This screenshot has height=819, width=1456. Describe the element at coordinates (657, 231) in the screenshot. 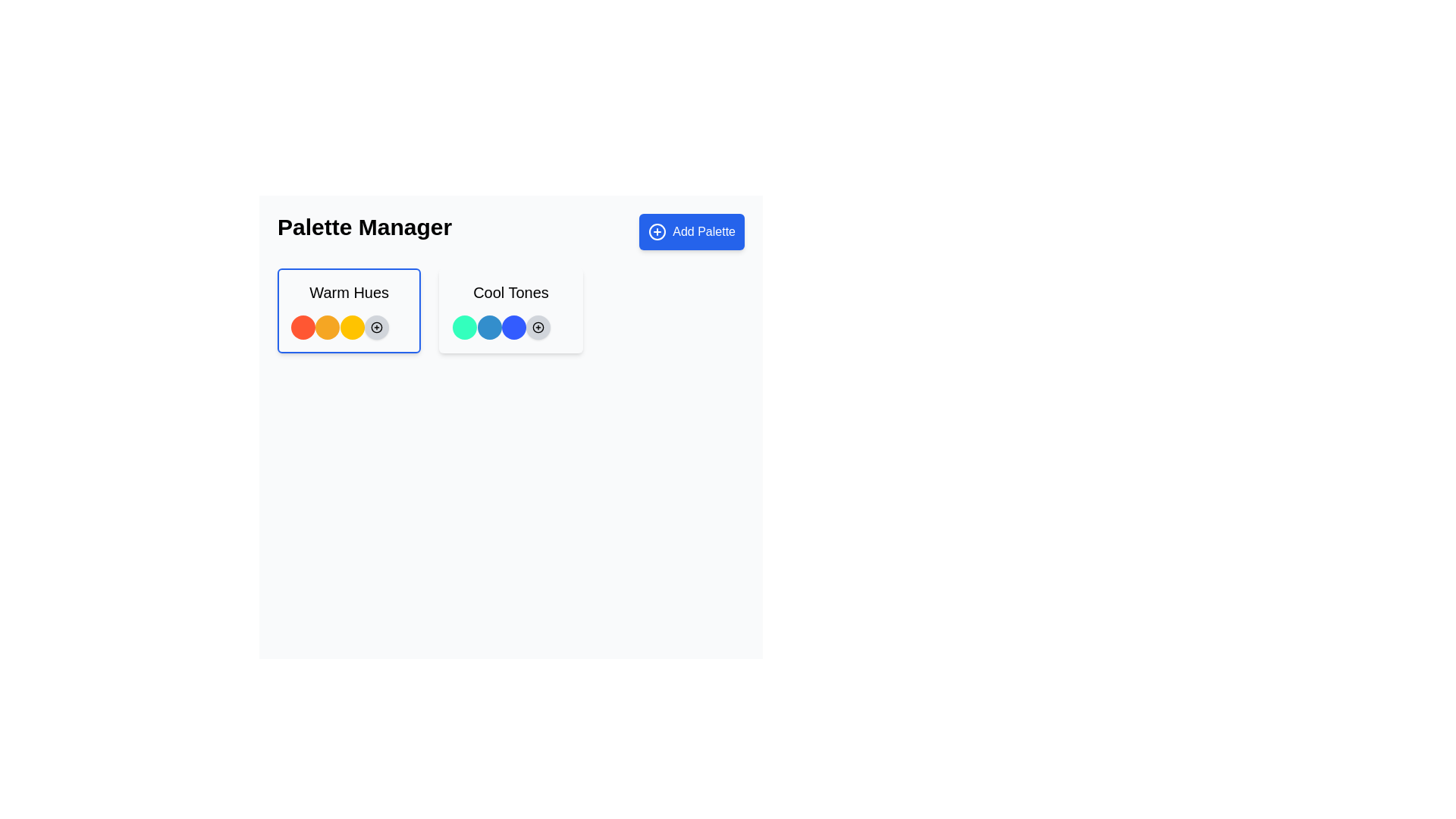

I see `the Add Palette icon located to the left of the Add Palette label within a blue rounded button in the top-right area of the interface` at that location.